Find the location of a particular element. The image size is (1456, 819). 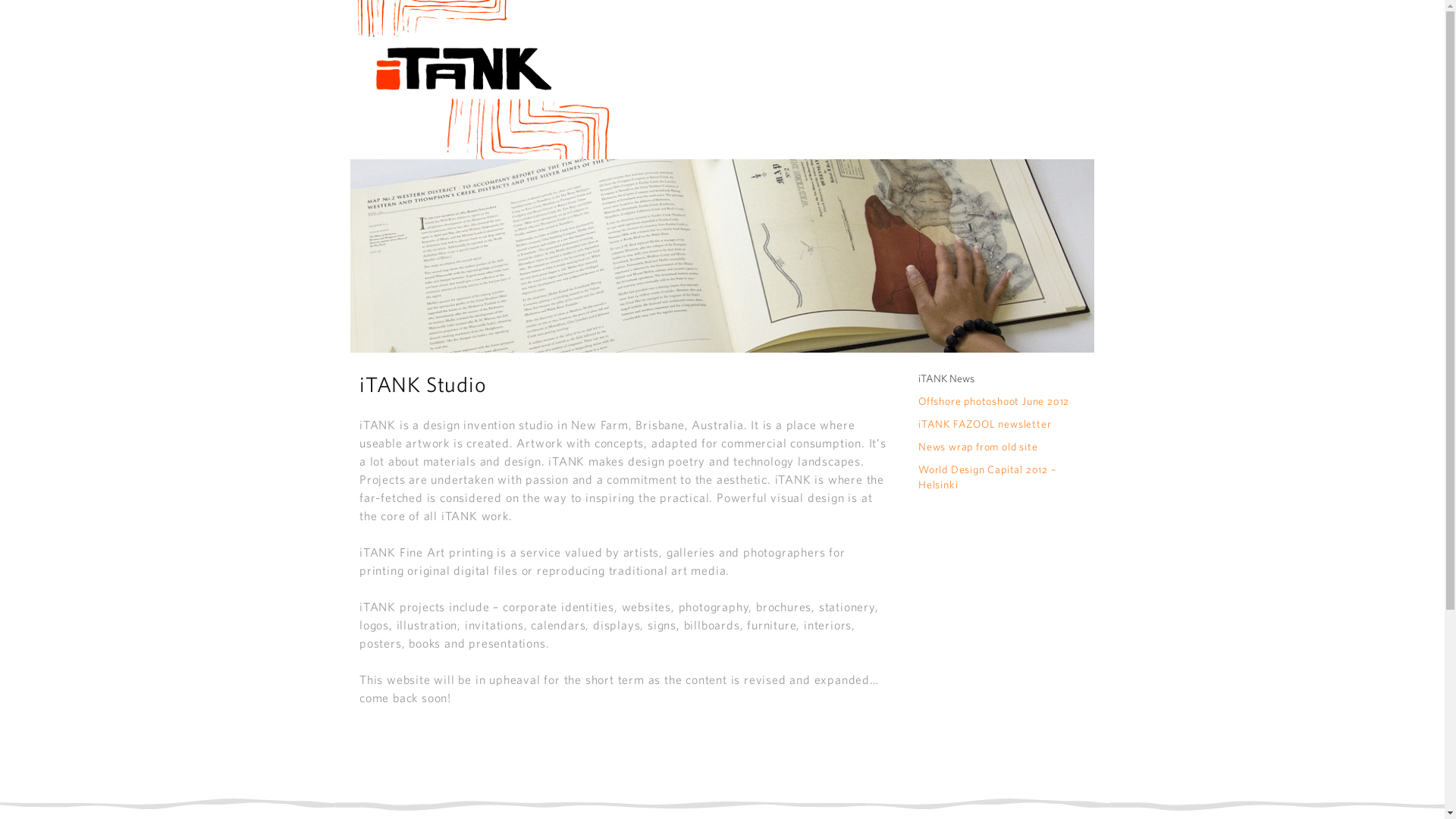

'News wrap from old site' is located at coordinates (977, 446).